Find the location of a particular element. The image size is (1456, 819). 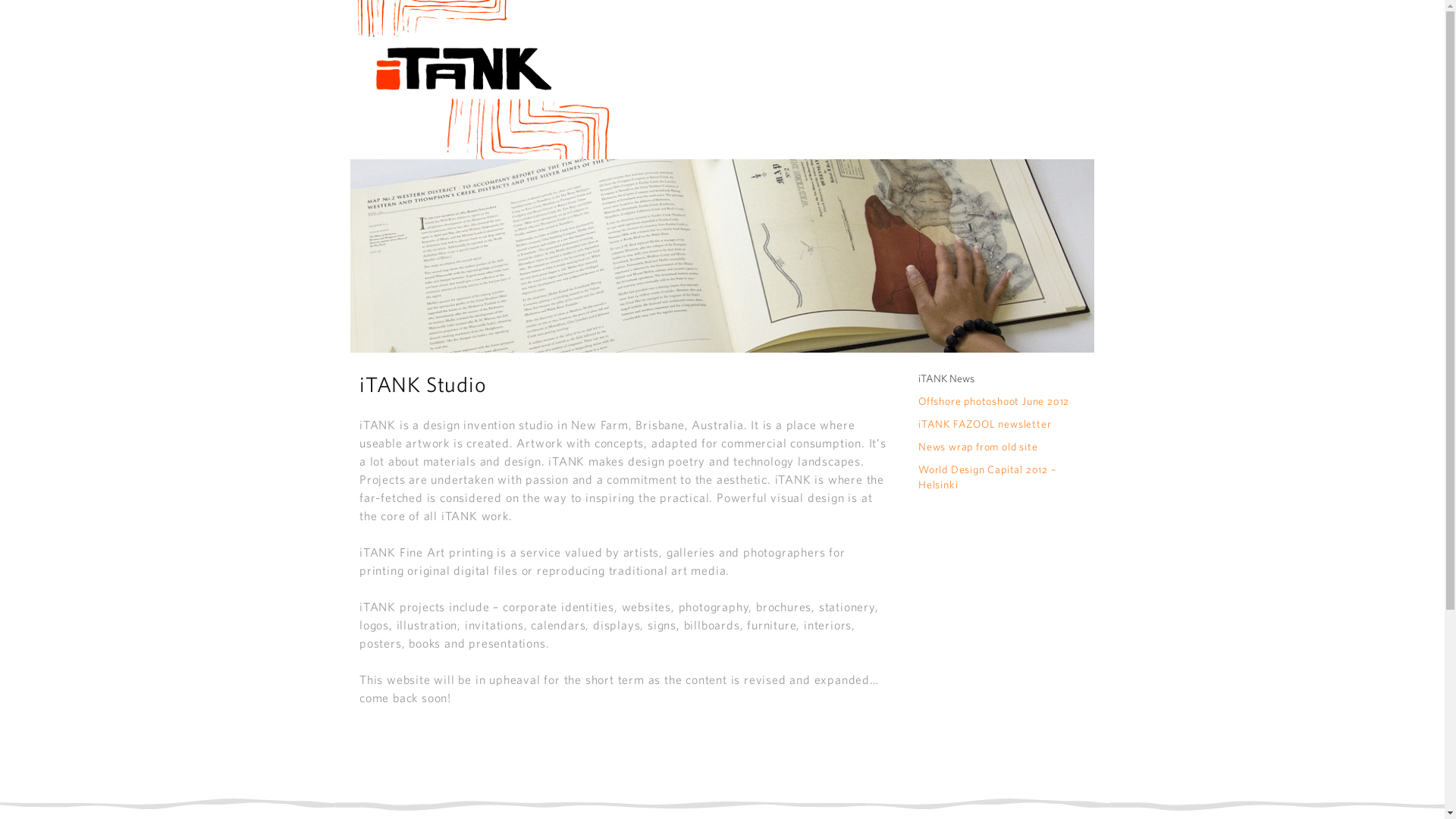

'News wrap from old site' is located at coordinates (977, 446).